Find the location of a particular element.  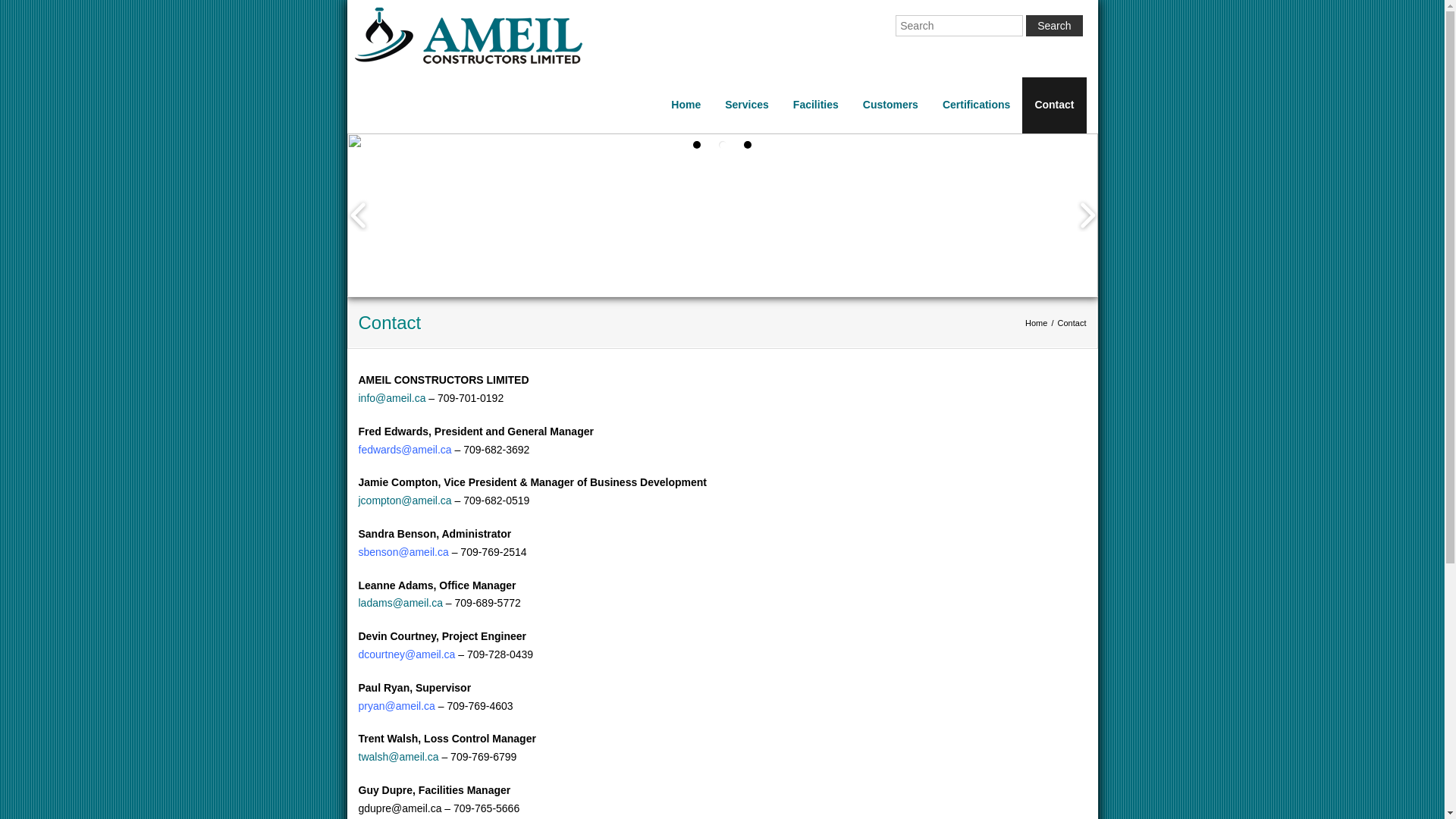

'ladams@ameil.ca' is located at coordinates (400, 601).